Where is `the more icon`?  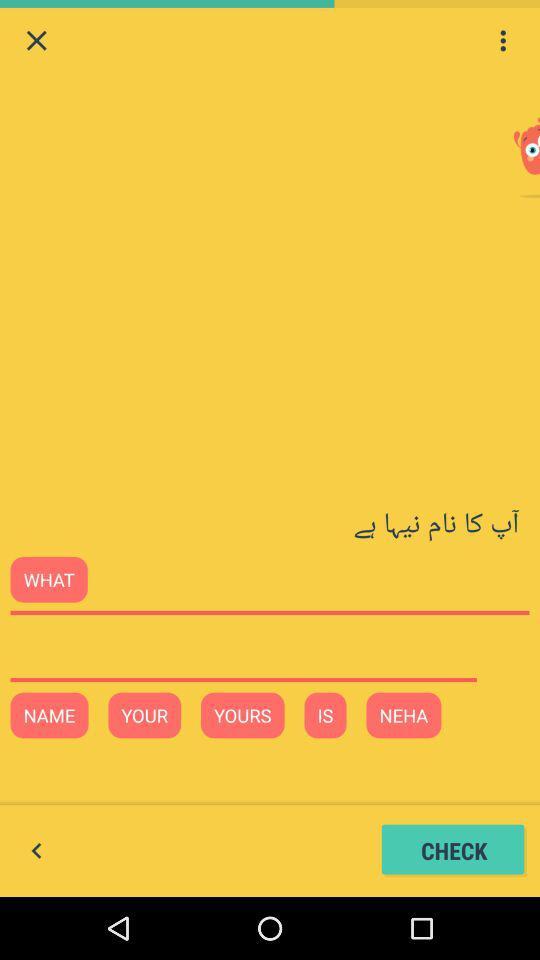
the more icon is located at coordinates (502, 42).